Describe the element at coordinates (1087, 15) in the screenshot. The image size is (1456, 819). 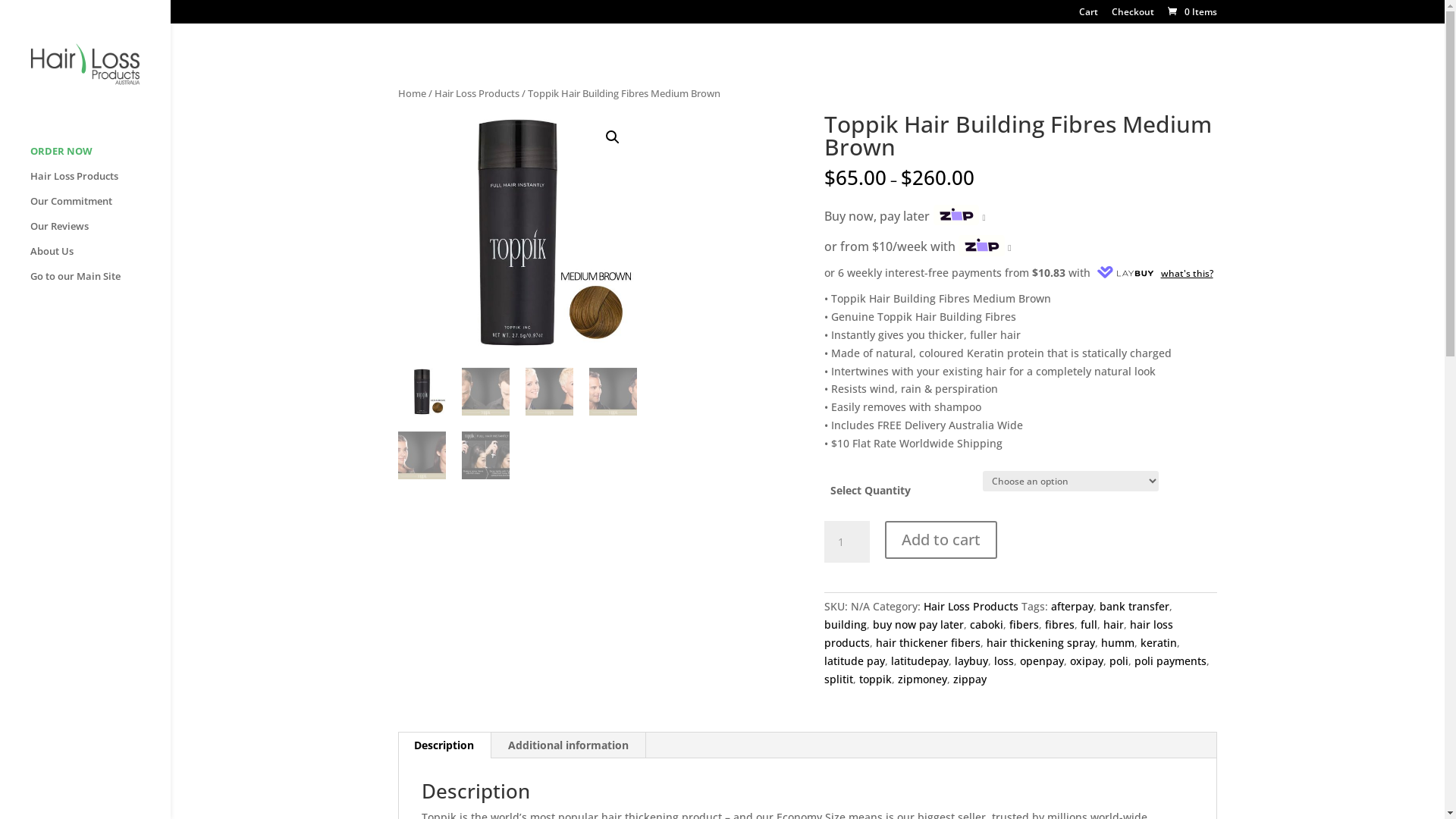
I see `'Cart'` at that location.